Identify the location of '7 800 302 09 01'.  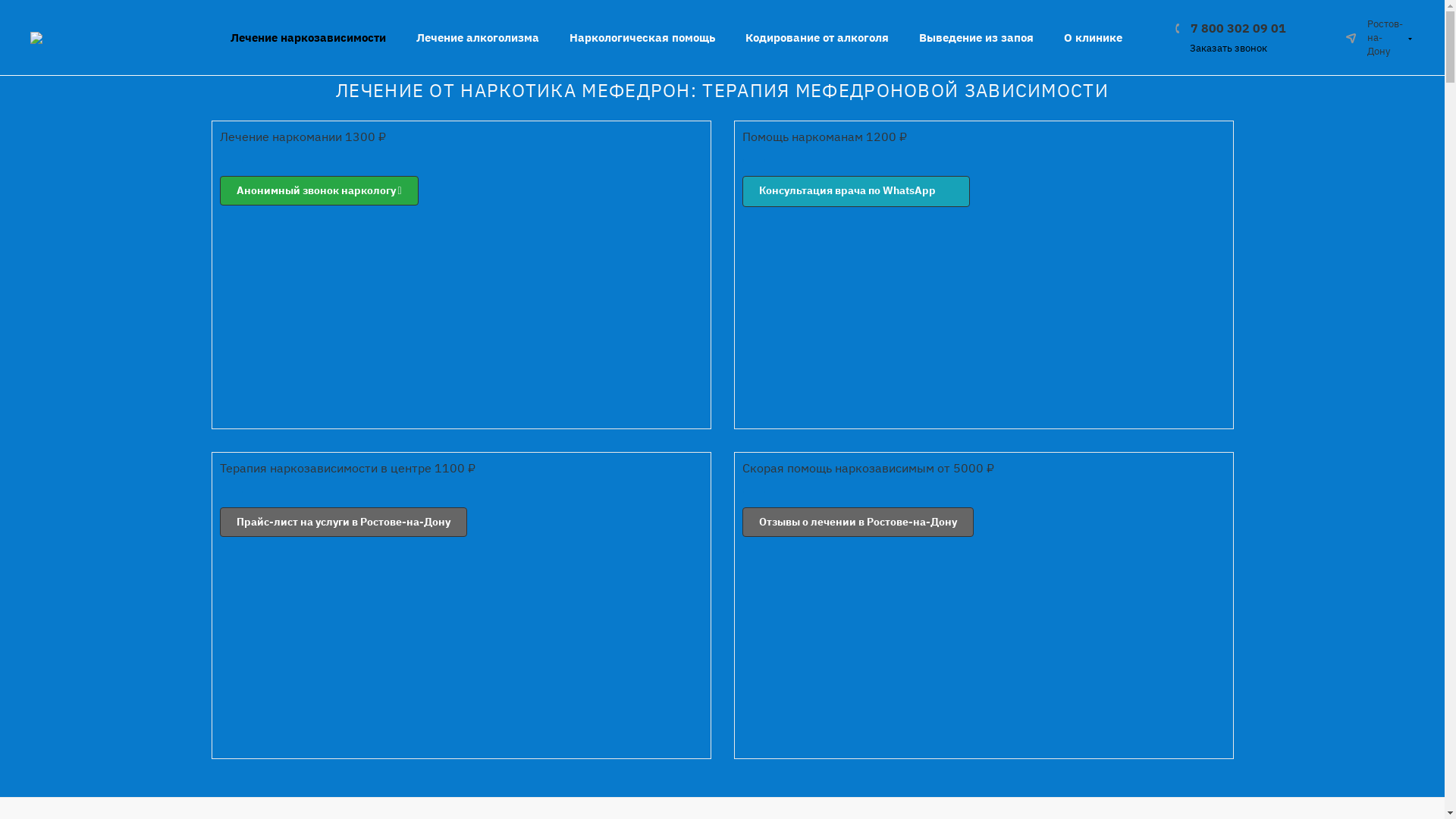
(1230, 27).